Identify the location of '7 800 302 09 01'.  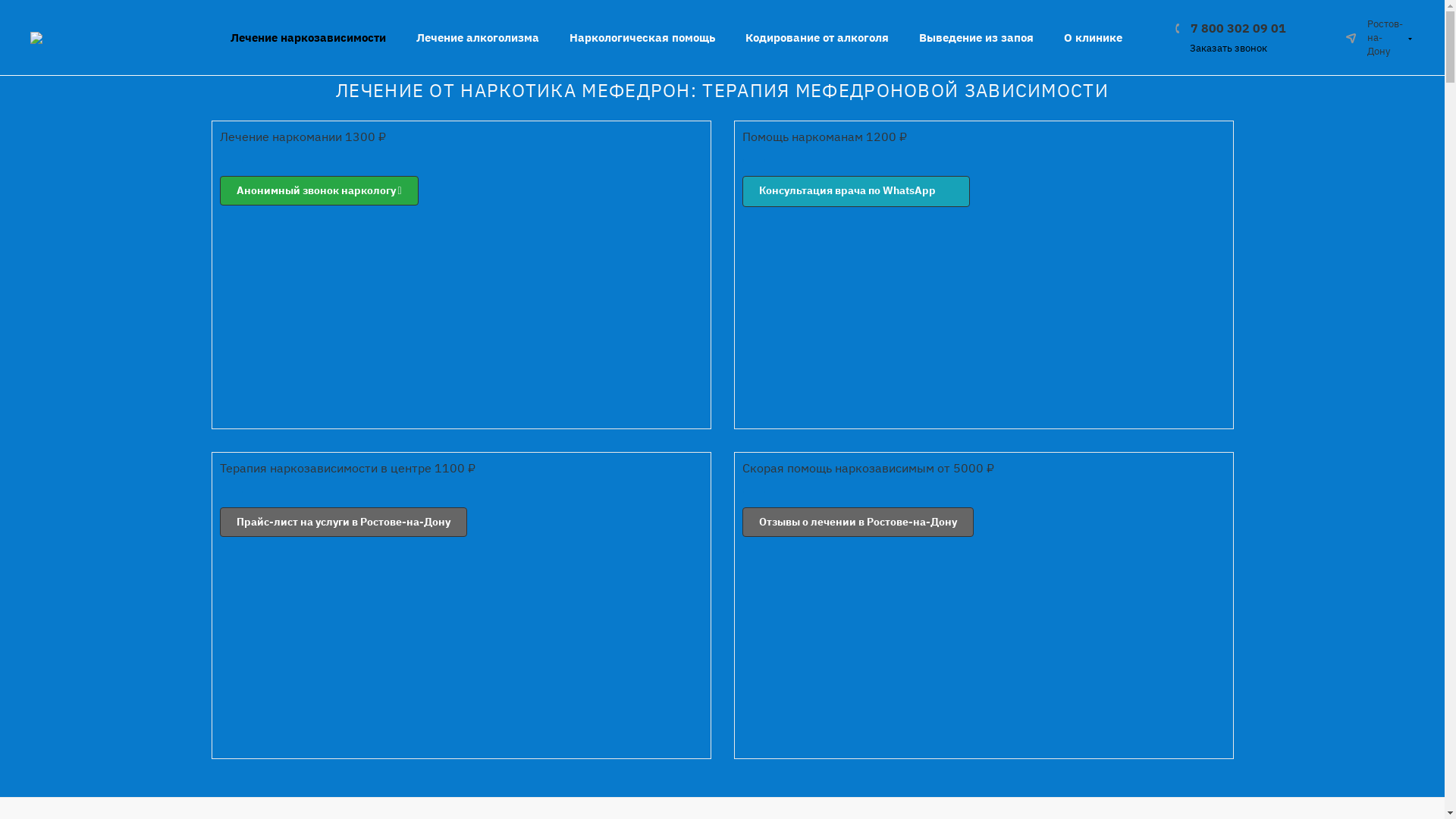
(1230, 27).